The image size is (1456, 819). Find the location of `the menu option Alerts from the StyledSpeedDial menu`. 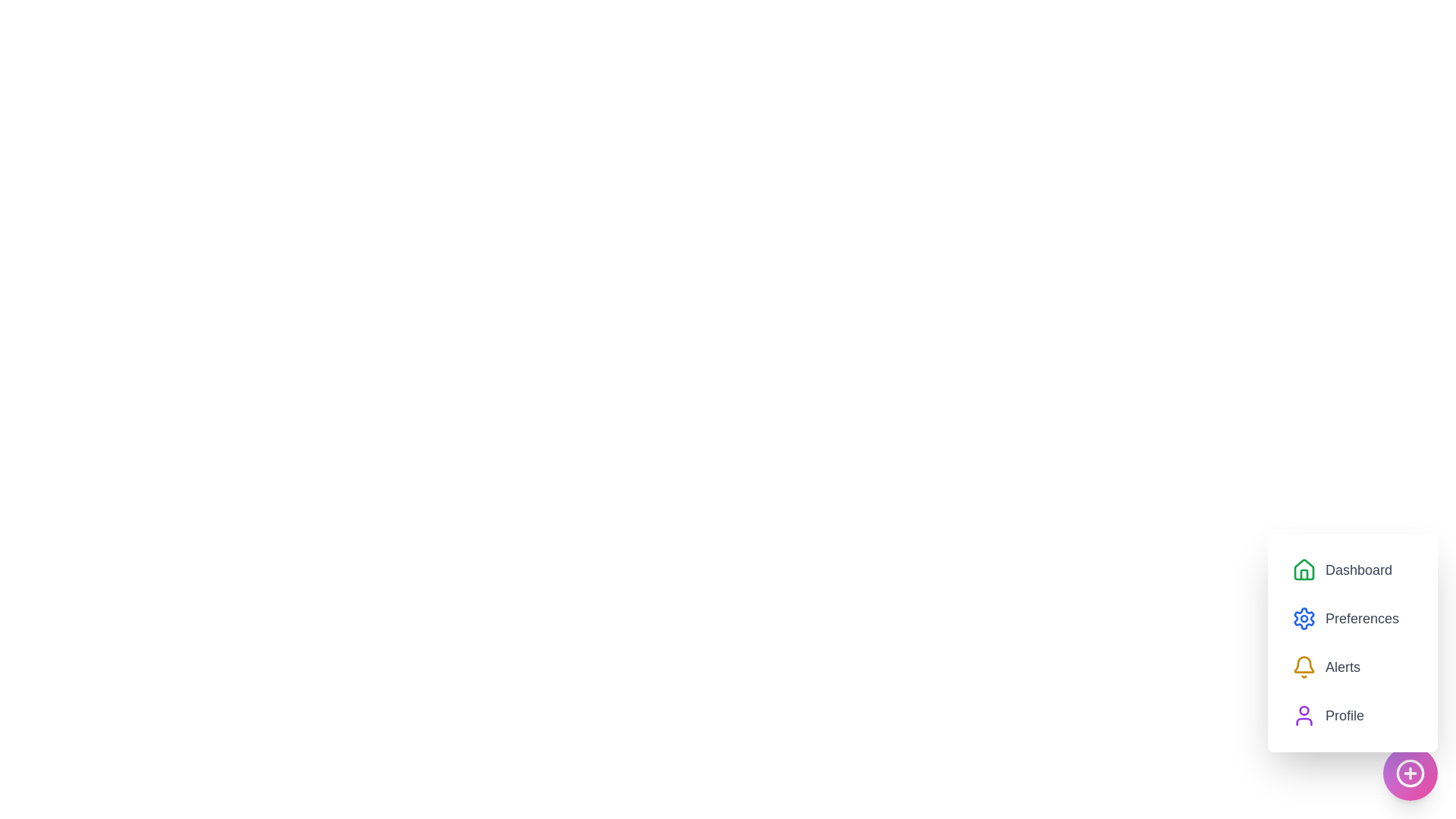

the menu option Alerts from the StyledSpeedDial menu is located at coordinates (1325, 666).